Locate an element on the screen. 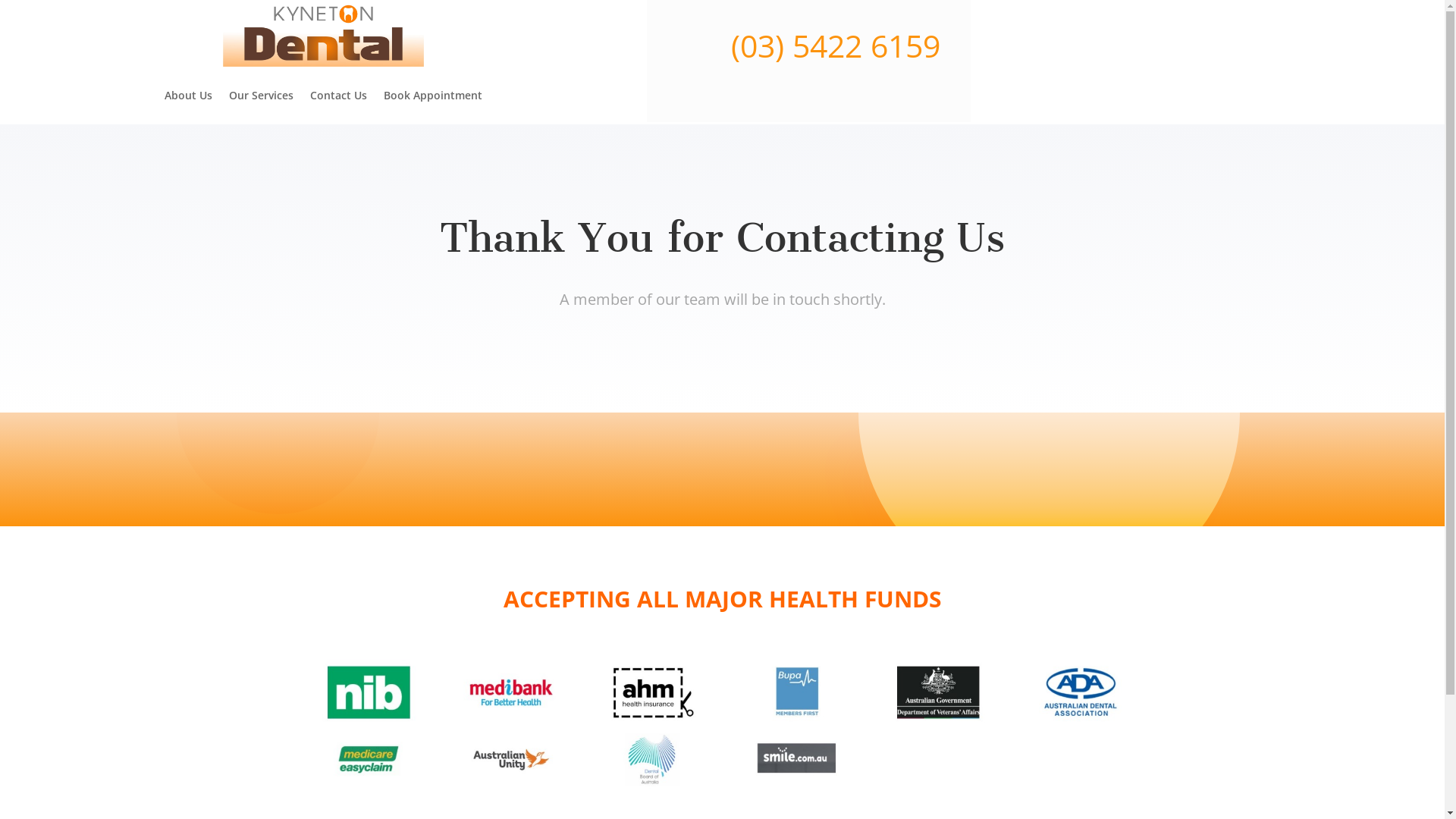  'Book Appointment' is located at coordinates (383, 96).